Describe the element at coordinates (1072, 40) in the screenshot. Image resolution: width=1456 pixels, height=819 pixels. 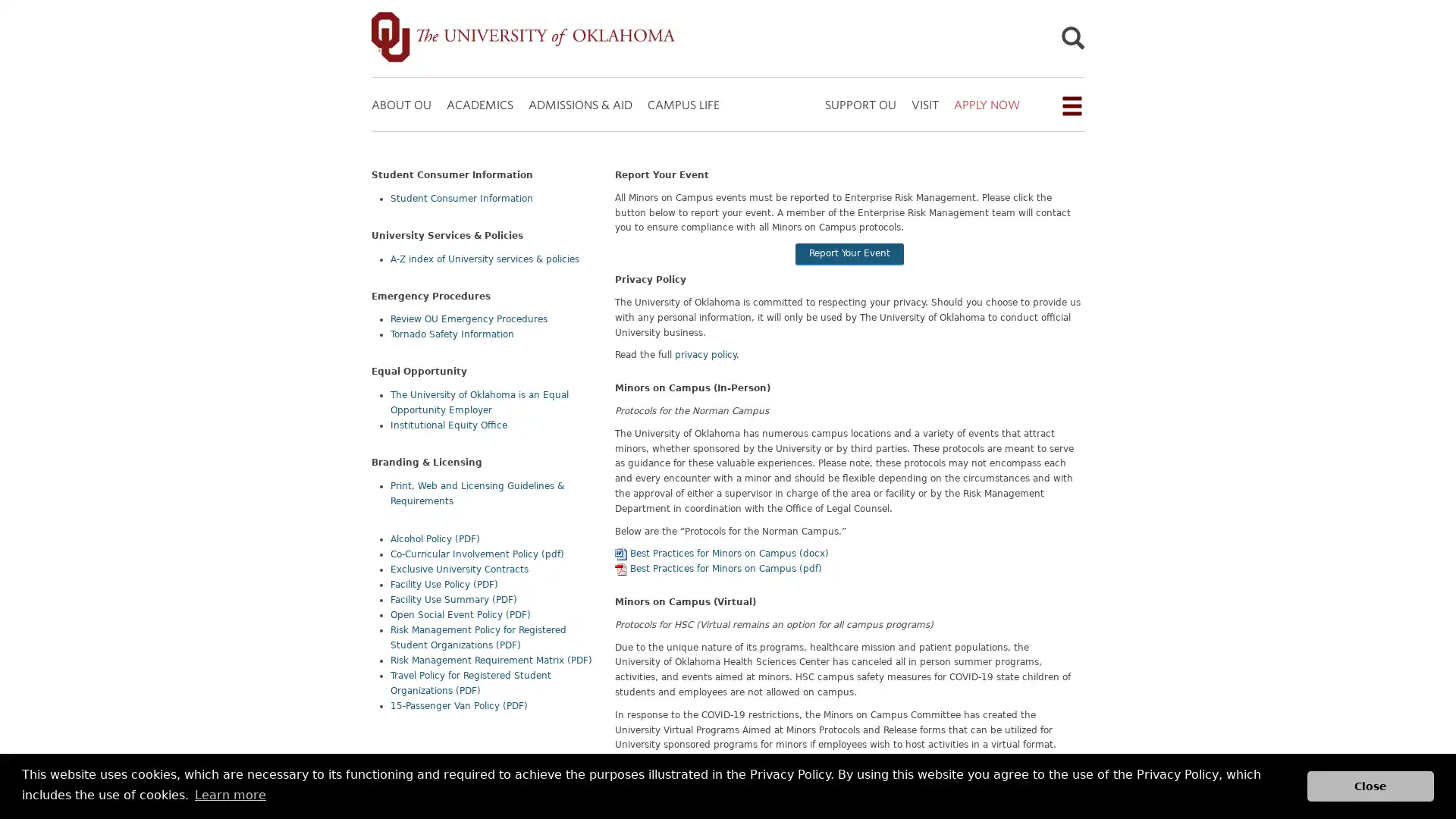
I see `Open Search` at that location.